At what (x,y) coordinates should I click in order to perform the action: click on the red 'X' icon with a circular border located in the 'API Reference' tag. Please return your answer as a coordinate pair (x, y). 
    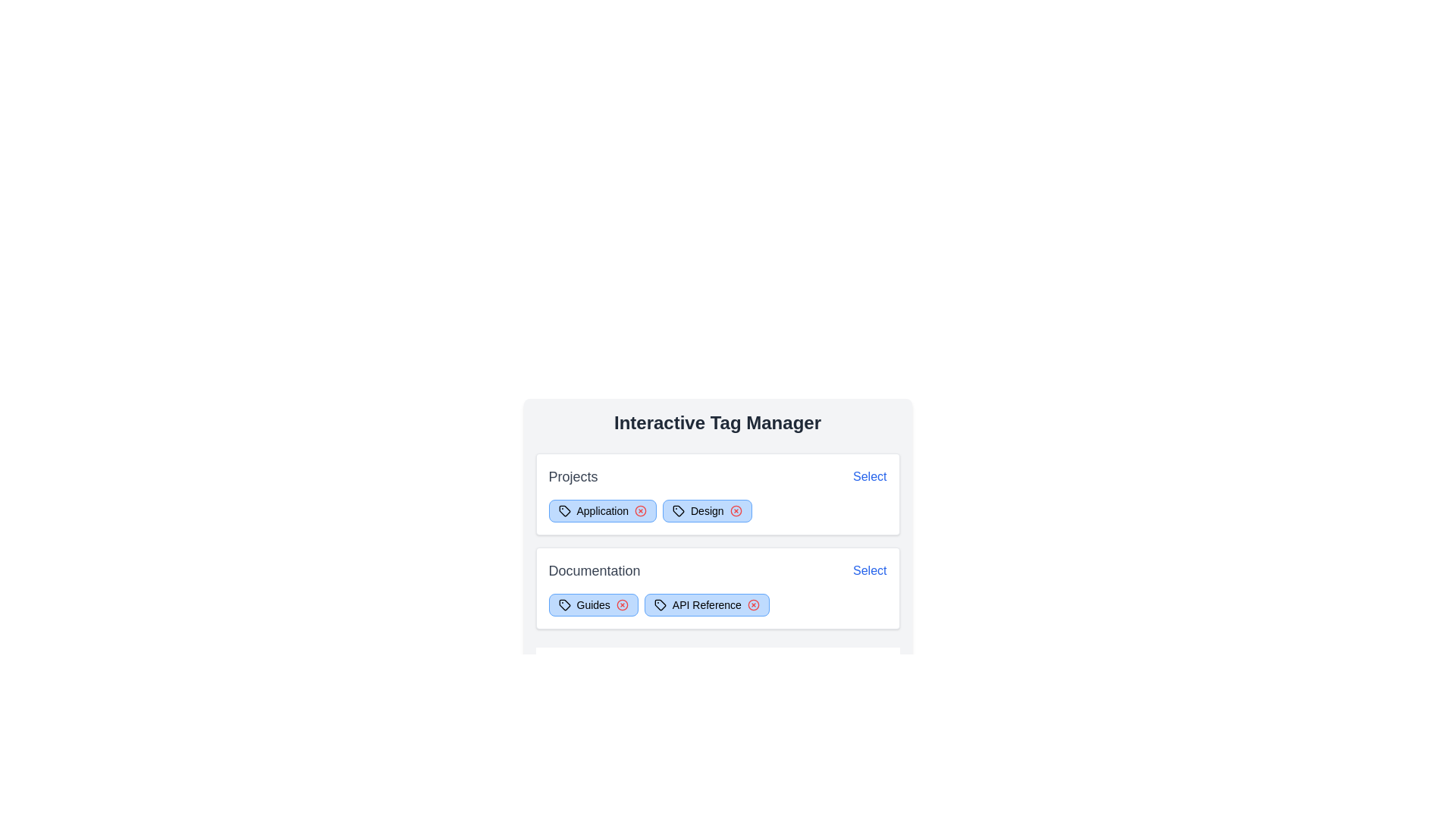
    Looking at the image, I should click on (753, 604).